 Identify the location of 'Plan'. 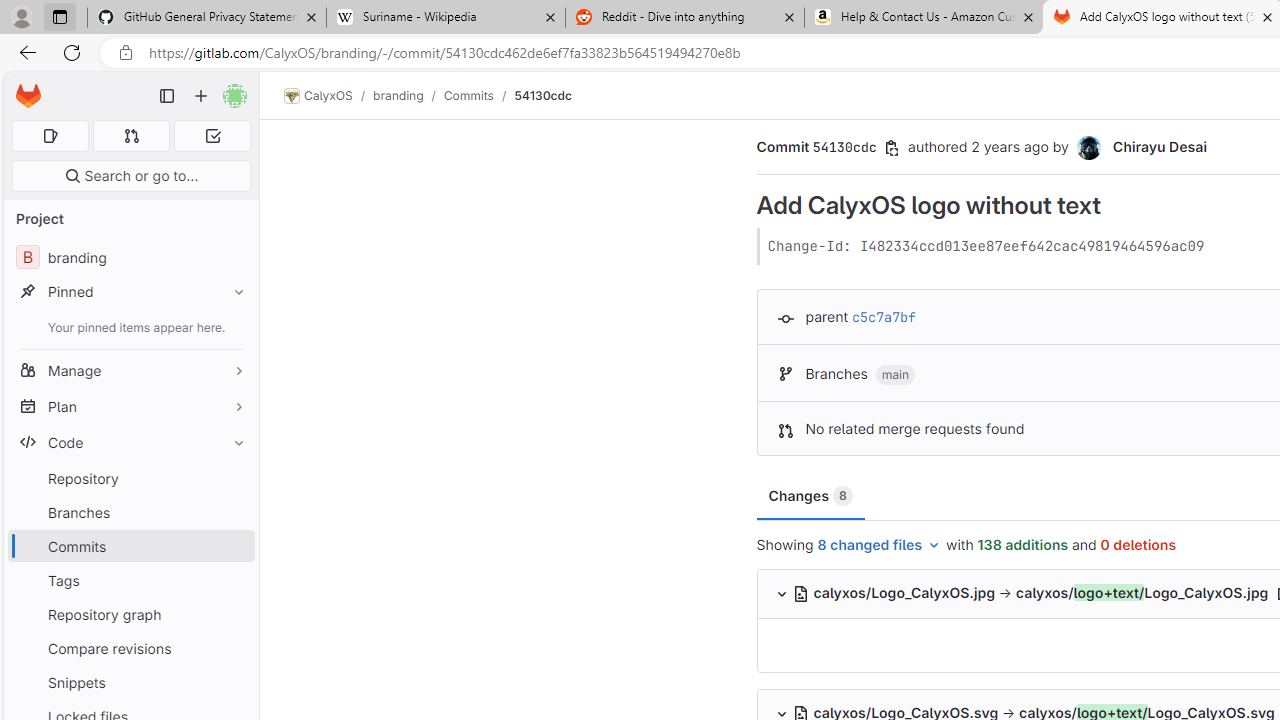
(130, 405).